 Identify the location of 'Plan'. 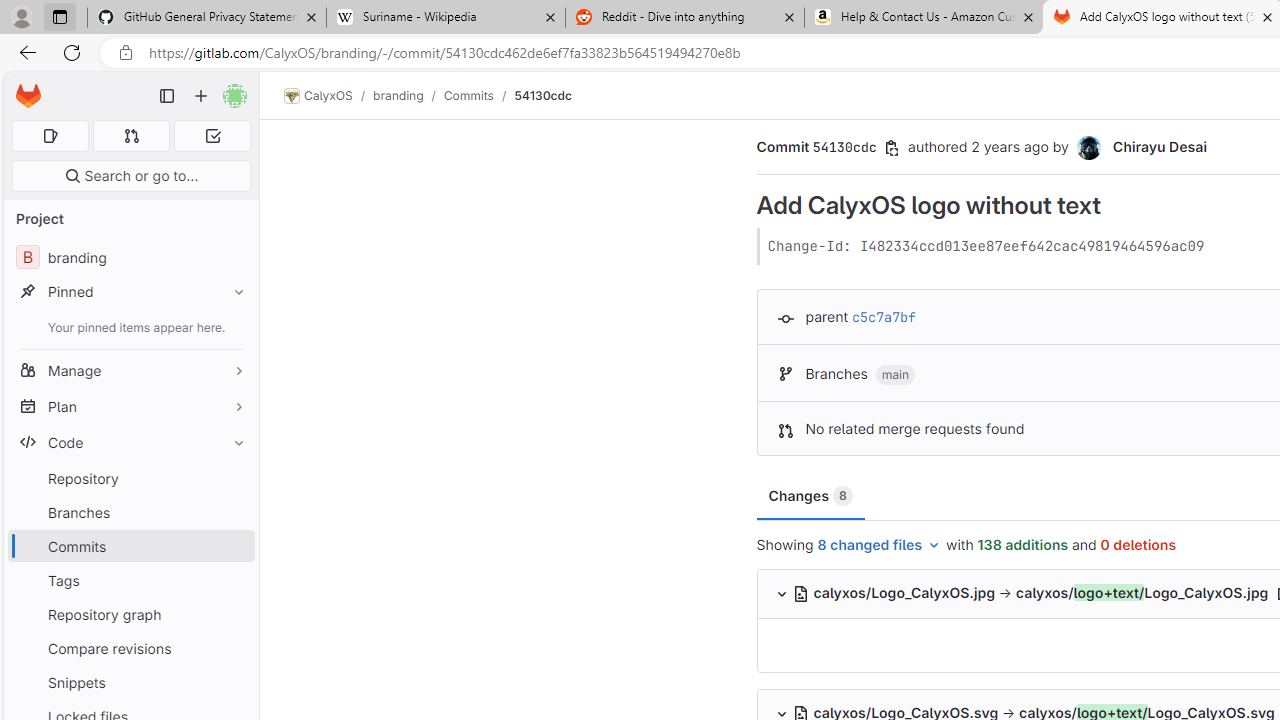
(130, 405).